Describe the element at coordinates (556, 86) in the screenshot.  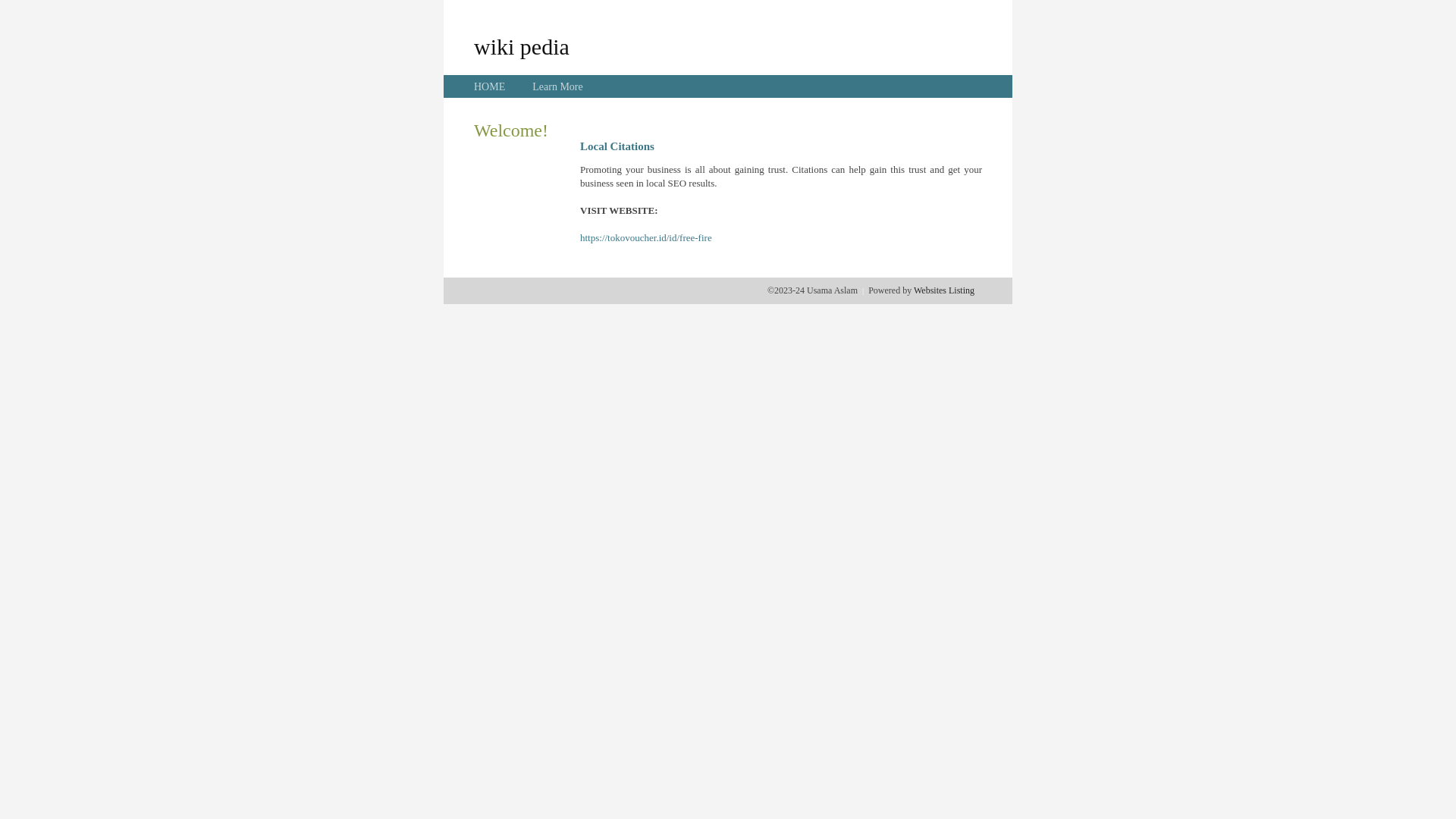
I see `'Learn More'` at that location.